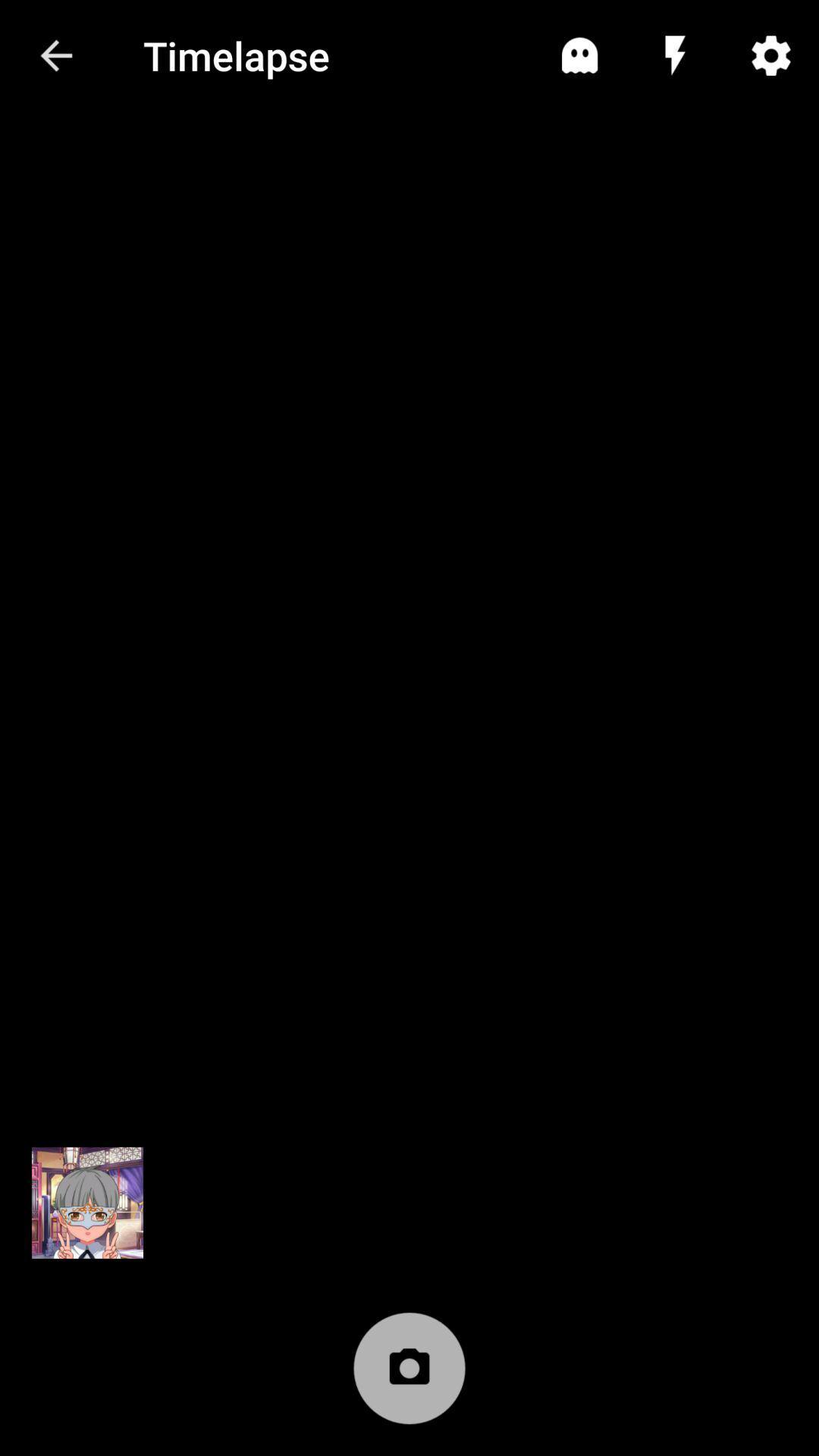 The width and height of the screenshot is (819, 1456). What do you see at coordinates (409, 1376) in the screenshot?
I see `take a photo` at bounding box center [409, 1376].